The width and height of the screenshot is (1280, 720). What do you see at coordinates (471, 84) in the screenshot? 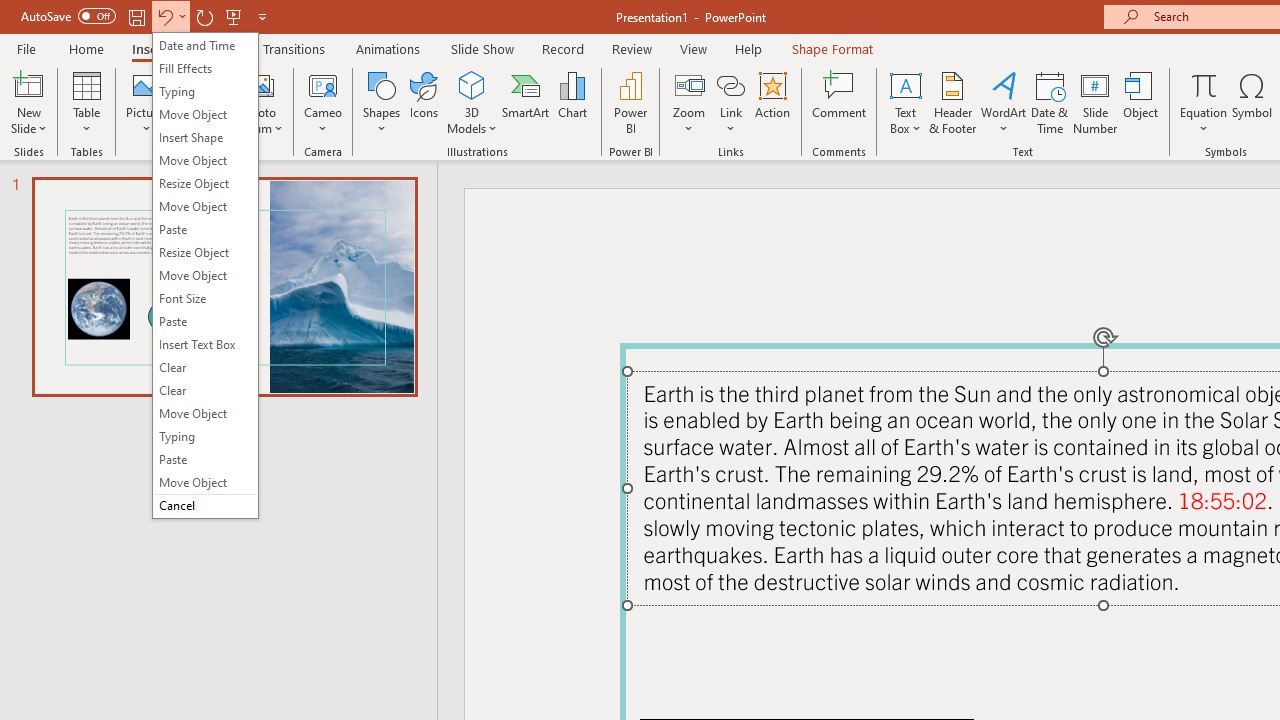
I see `'3D Models'` at bounding box center [471, 84].